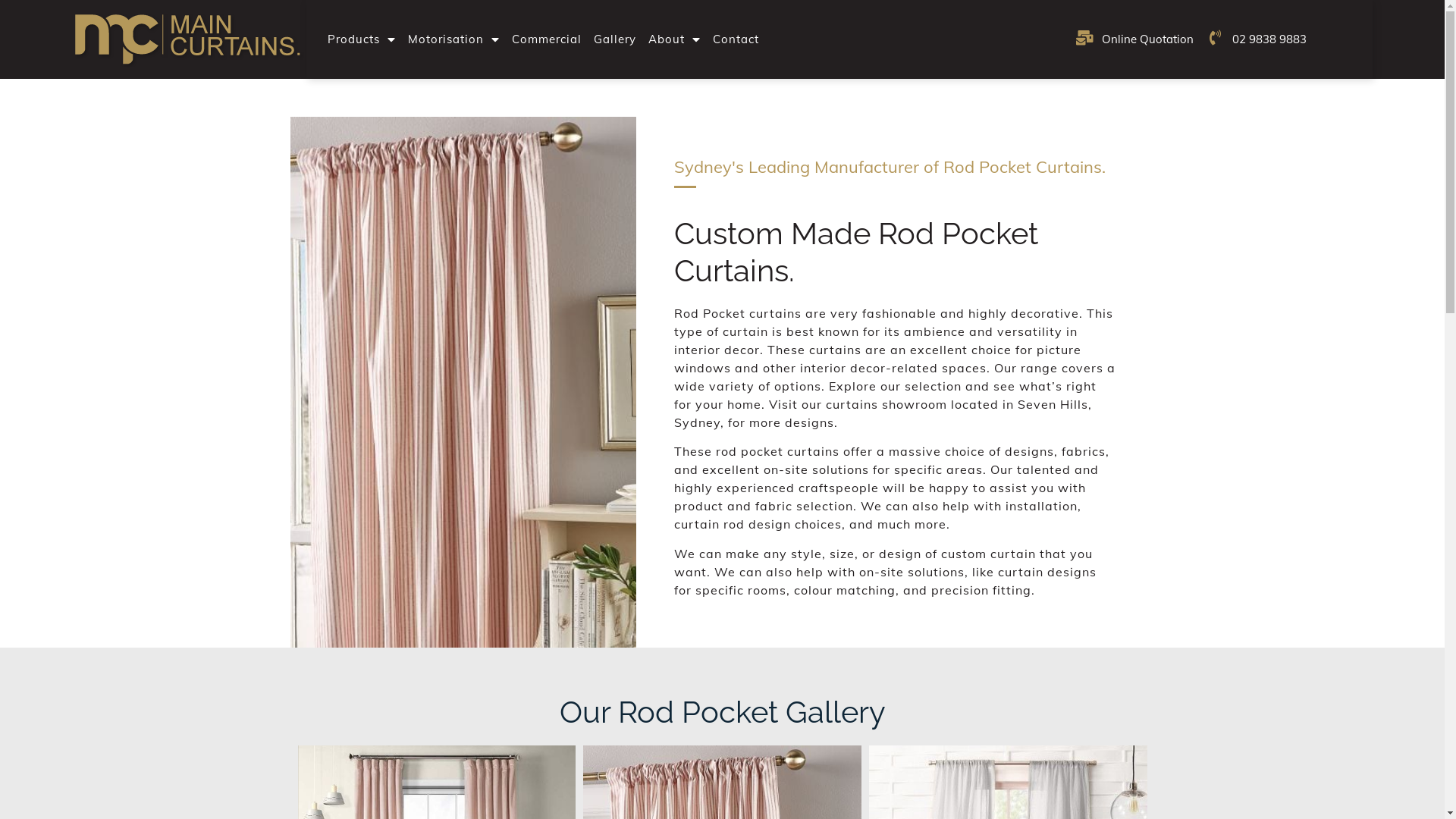 Image resolution: width=1456 pixels, height=819 pixels. What do you see at coordinates (546, 38) in the screenshot?
I see `'Commercial'` at bounding box center [546, 38].